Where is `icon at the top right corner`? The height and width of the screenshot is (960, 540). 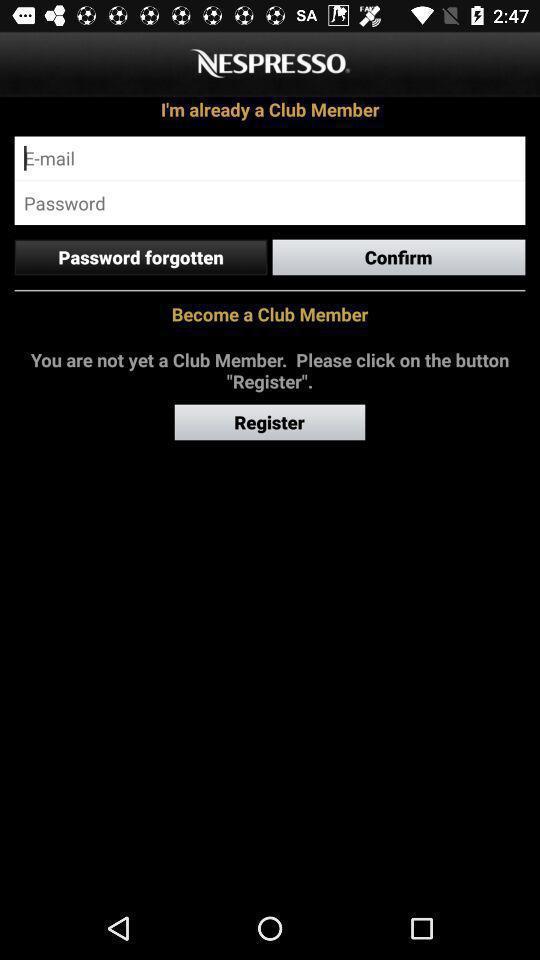 icon at the top right corner is located at coordinates (399, 256).